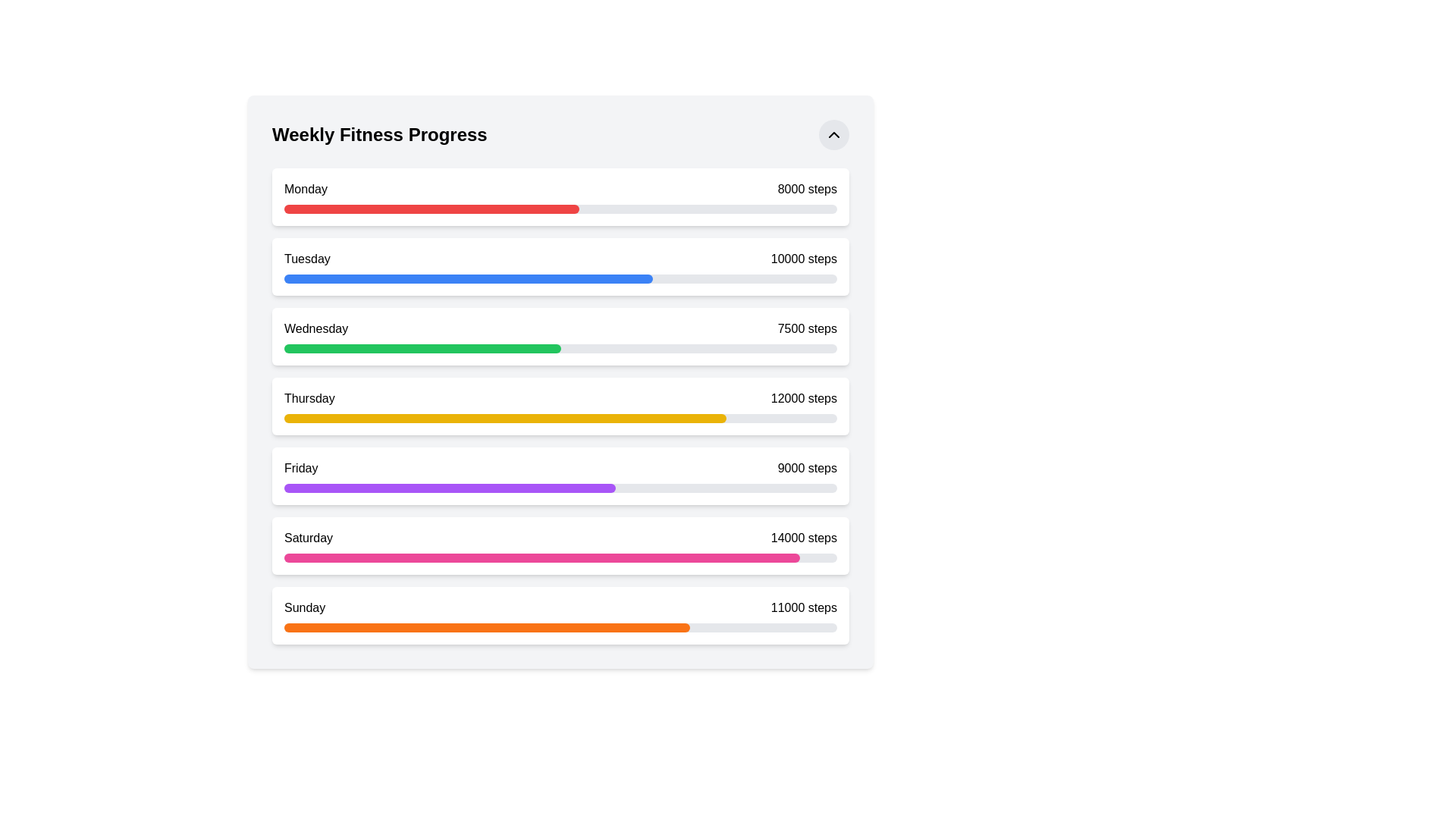  I want to click on the second progress bar located below the 'Monday' progress bar and above the 'Wednesday' progress bar, which visually represents progress and completion percentage for the corresponding day, so click(468, 278).